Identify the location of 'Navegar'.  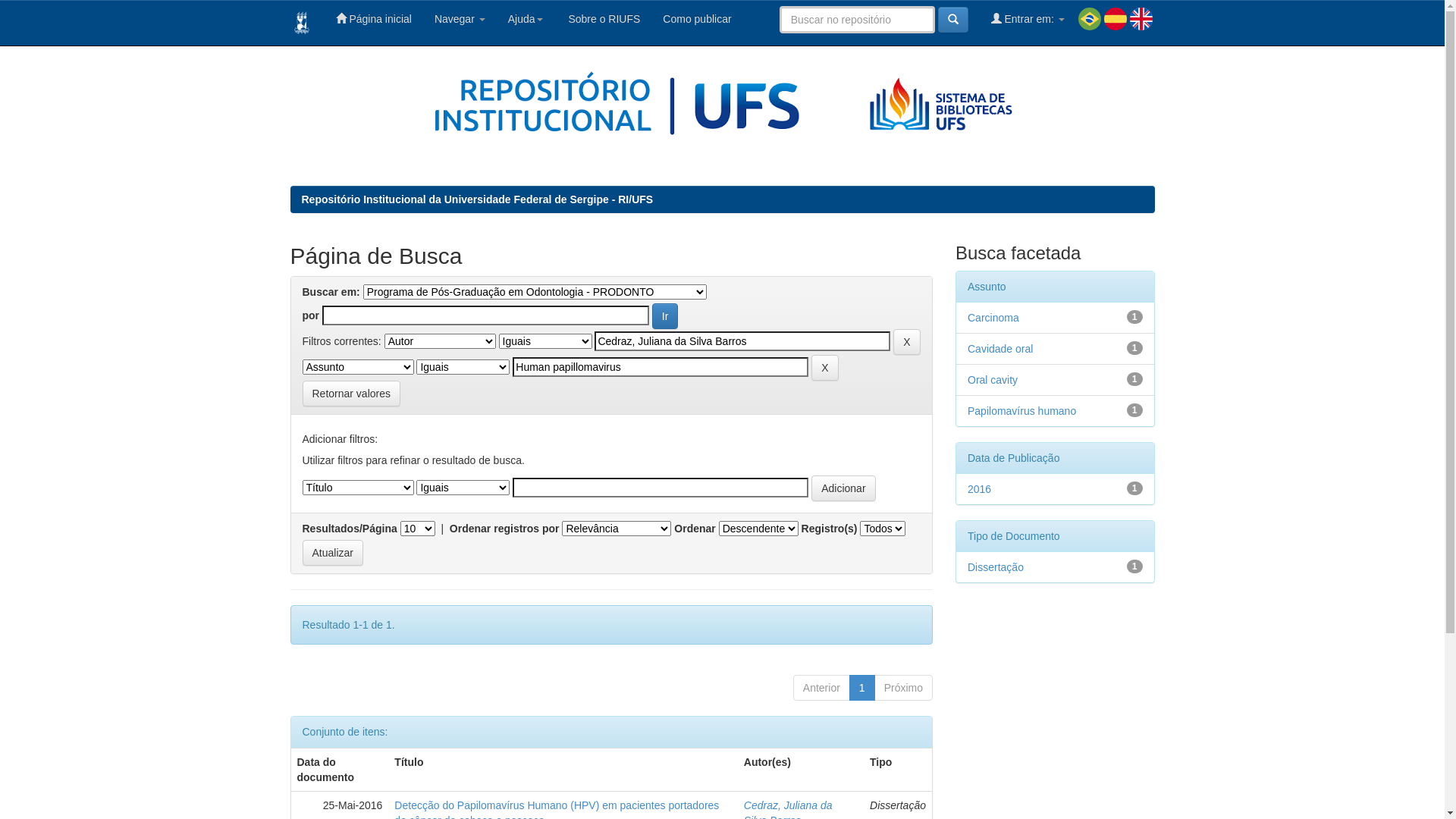
(459, 18).